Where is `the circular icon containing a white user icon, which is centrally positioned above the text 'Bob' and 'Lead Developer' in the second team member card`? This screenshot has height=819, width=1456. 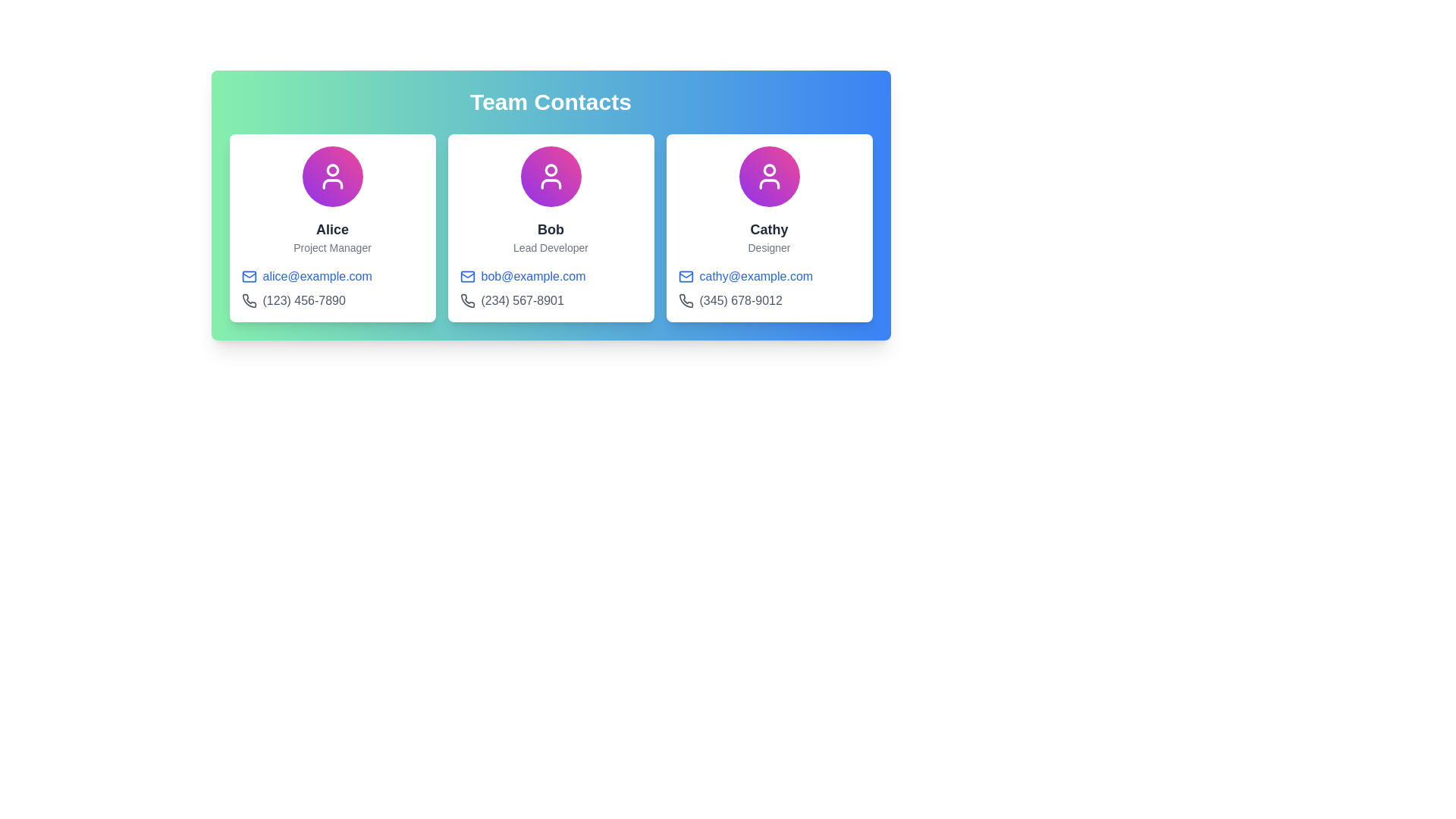 the circular icon containing a white user icon, which is centrally positioned above the text 'Bob' and 'Lead Developer' in the second team member card is located at coordinates (550, 175).